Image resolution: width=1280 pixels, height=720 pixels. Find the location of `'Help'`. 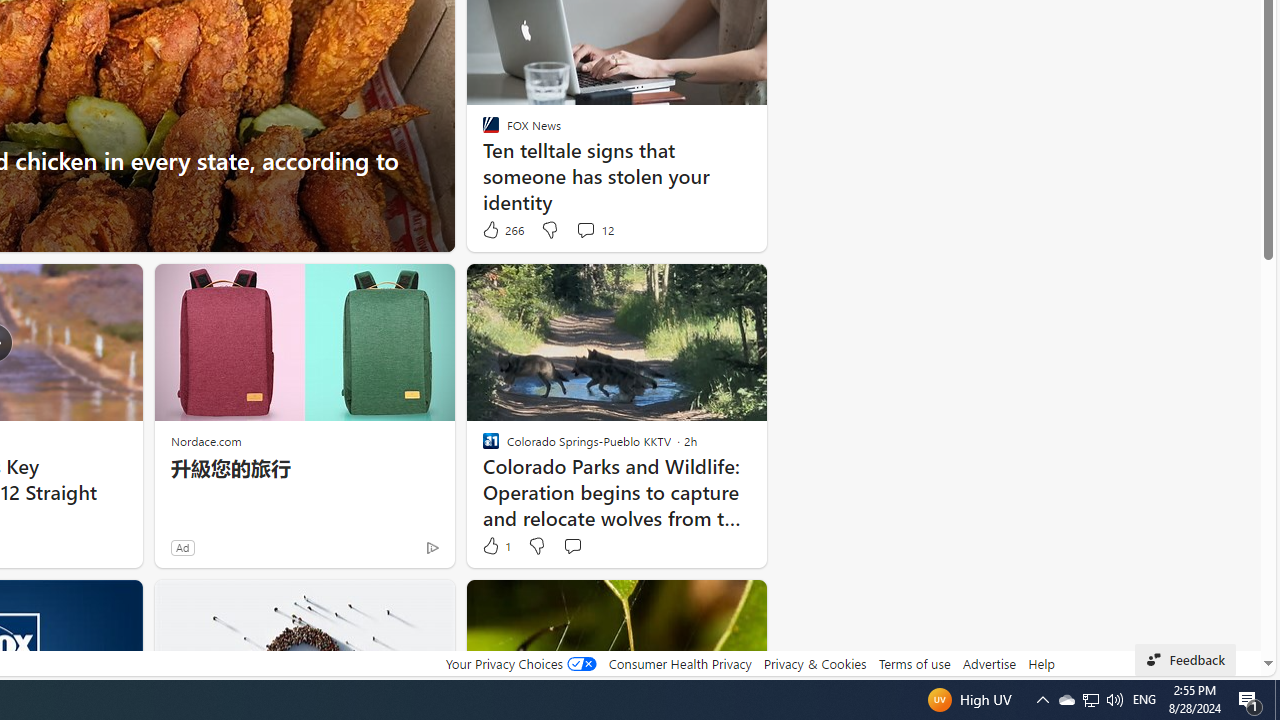

'Help' is located at coordinates (1040, 663).